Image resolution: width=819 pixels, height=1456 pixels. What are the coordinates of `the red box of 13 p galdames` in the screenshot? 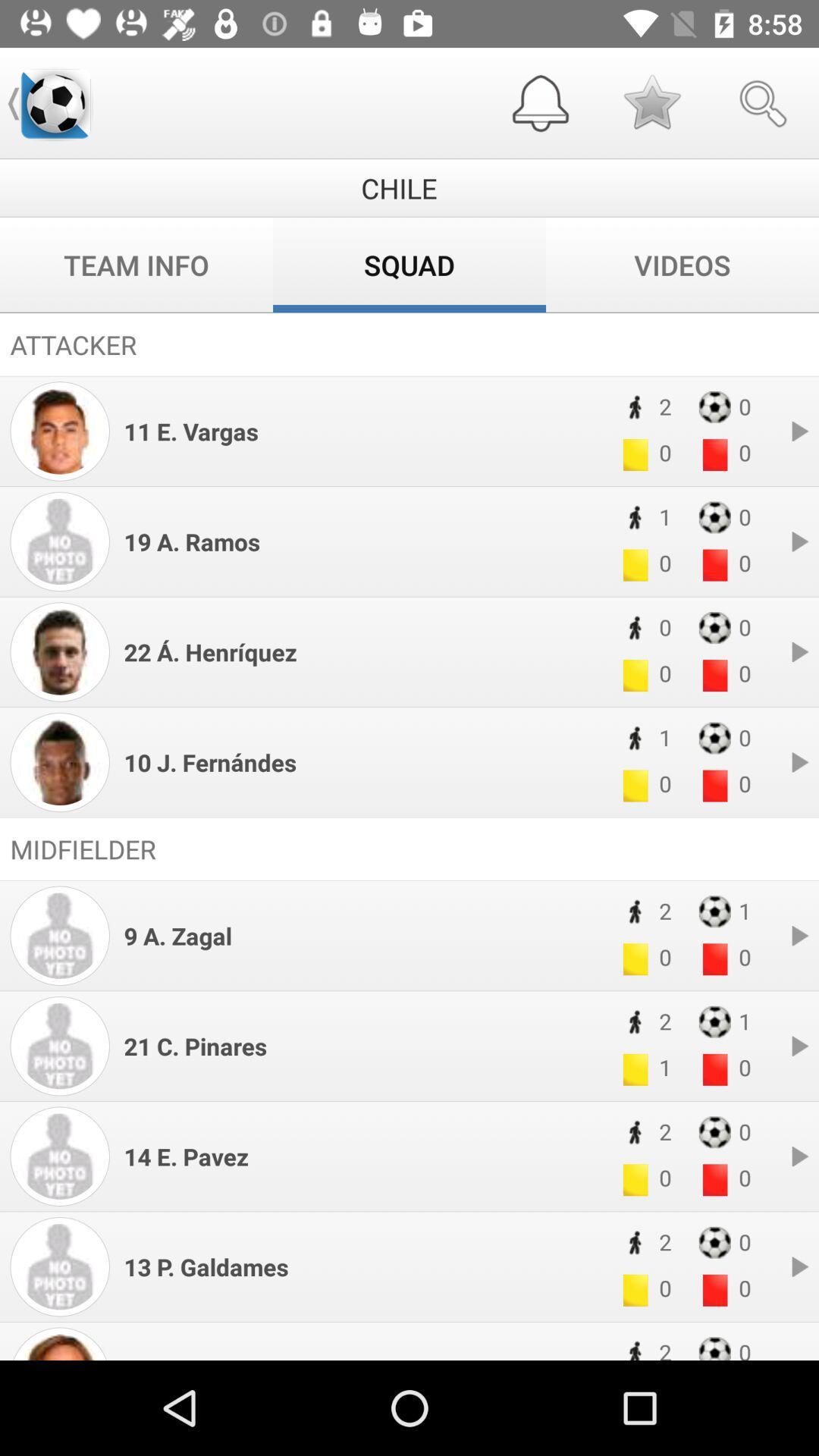 It's located at (714, 1290).